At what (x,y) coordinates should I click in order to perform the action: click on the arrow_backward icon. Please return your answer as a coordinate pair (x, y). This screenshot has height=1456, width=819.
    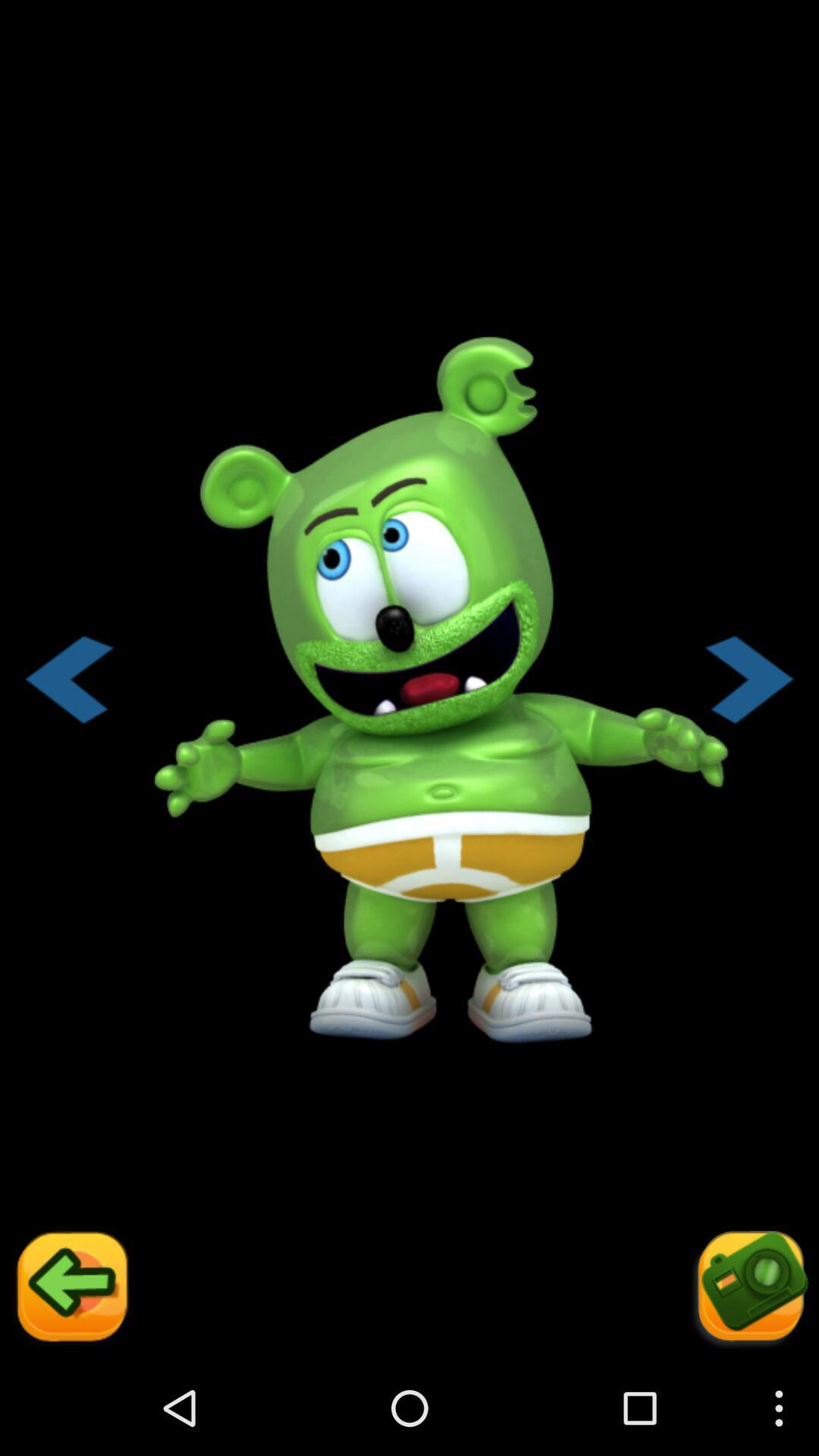
    Looking at the image, I should click on (70, 1381).